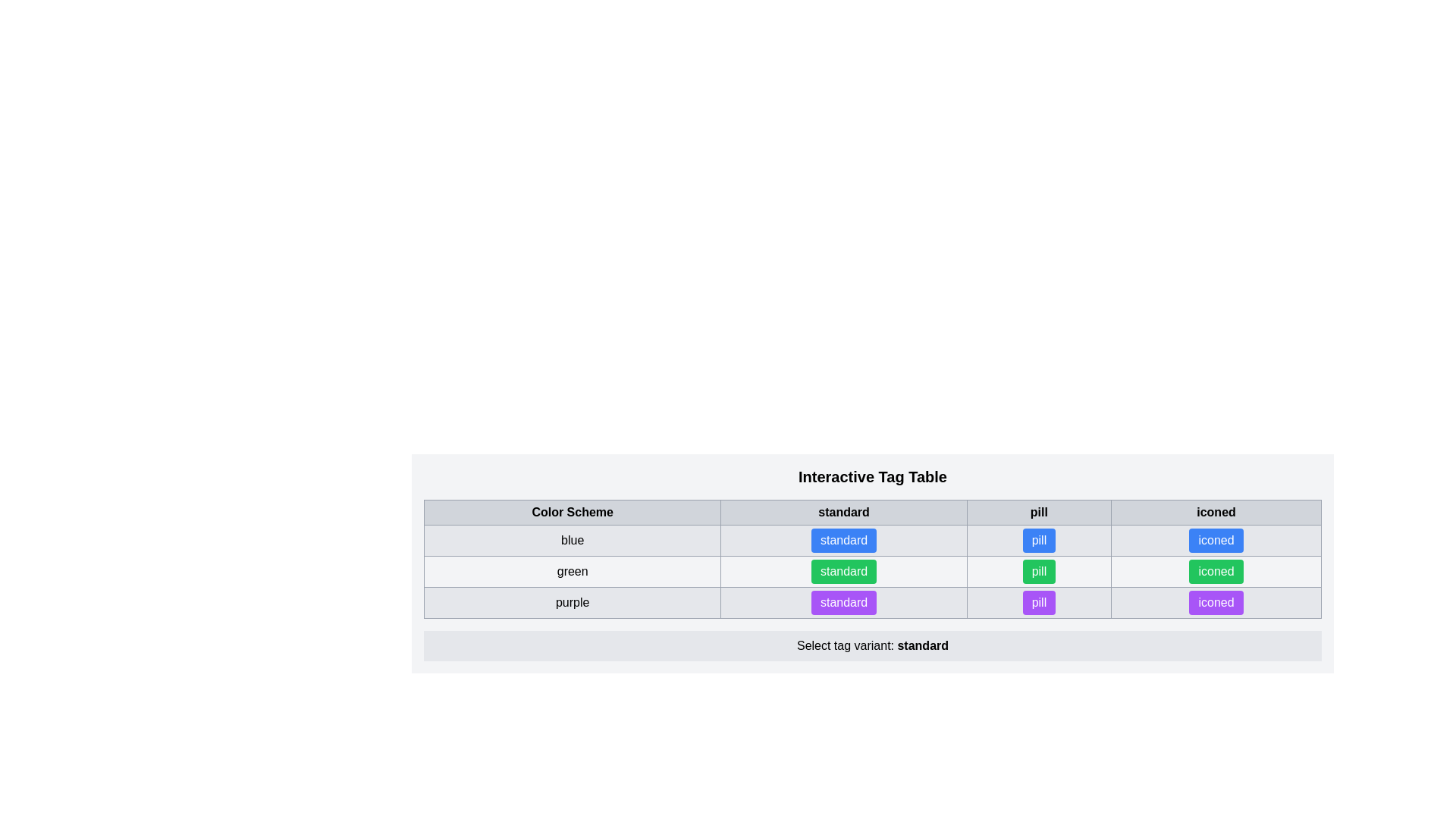 This screenshot has height=819, width=1456. Describe the element at coordinates (873, 646) in the screenshot. I see `the Text label that provides information or instructions related to selecting a tag variant, positioned below the 'Interactive Tag Table'` at that location.